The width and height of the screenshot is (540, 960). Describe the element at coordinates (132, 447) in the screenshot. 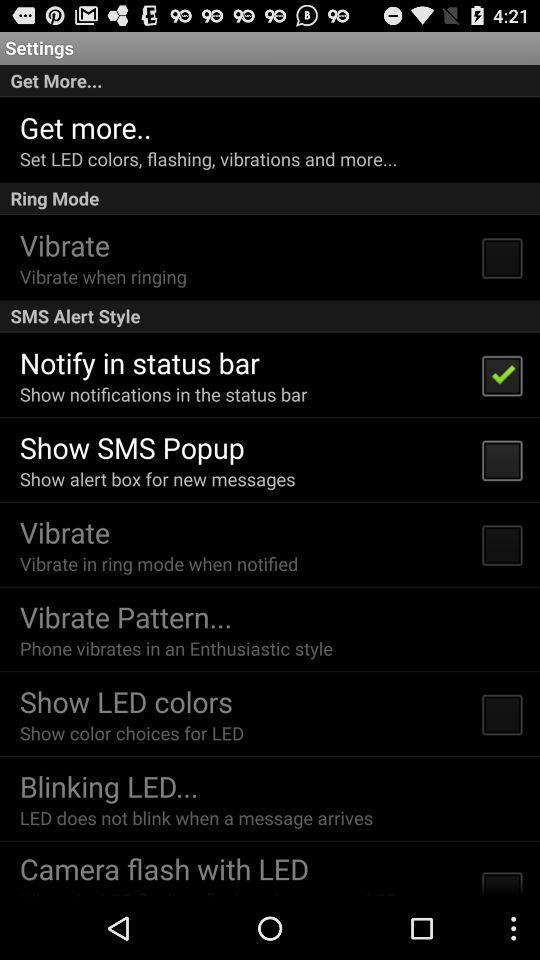

I see `the item below show notifications in icon` at that location.